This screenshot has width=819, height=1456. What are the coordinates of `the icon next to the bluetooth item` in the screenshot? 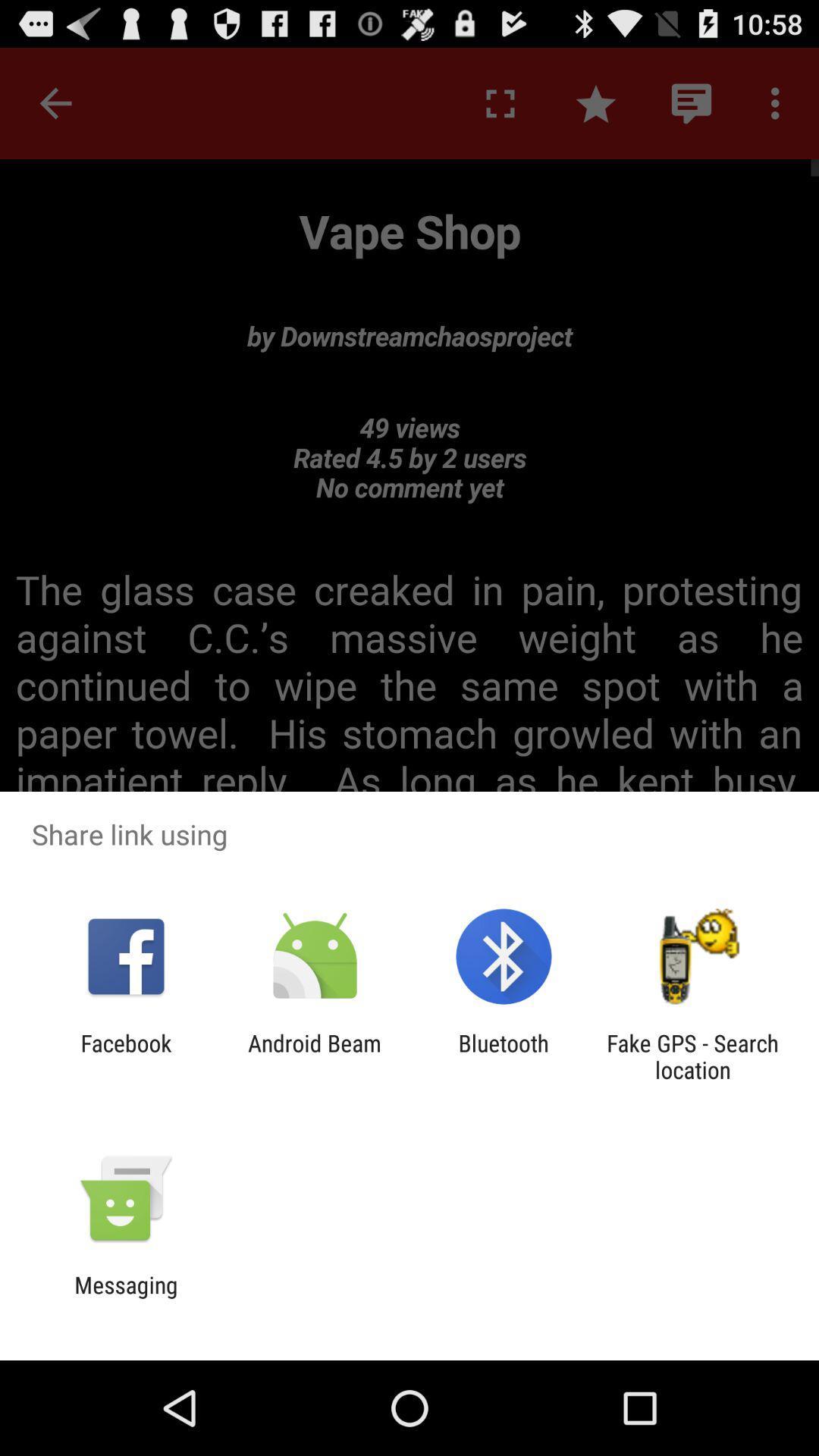 It's located at (314, 1056).